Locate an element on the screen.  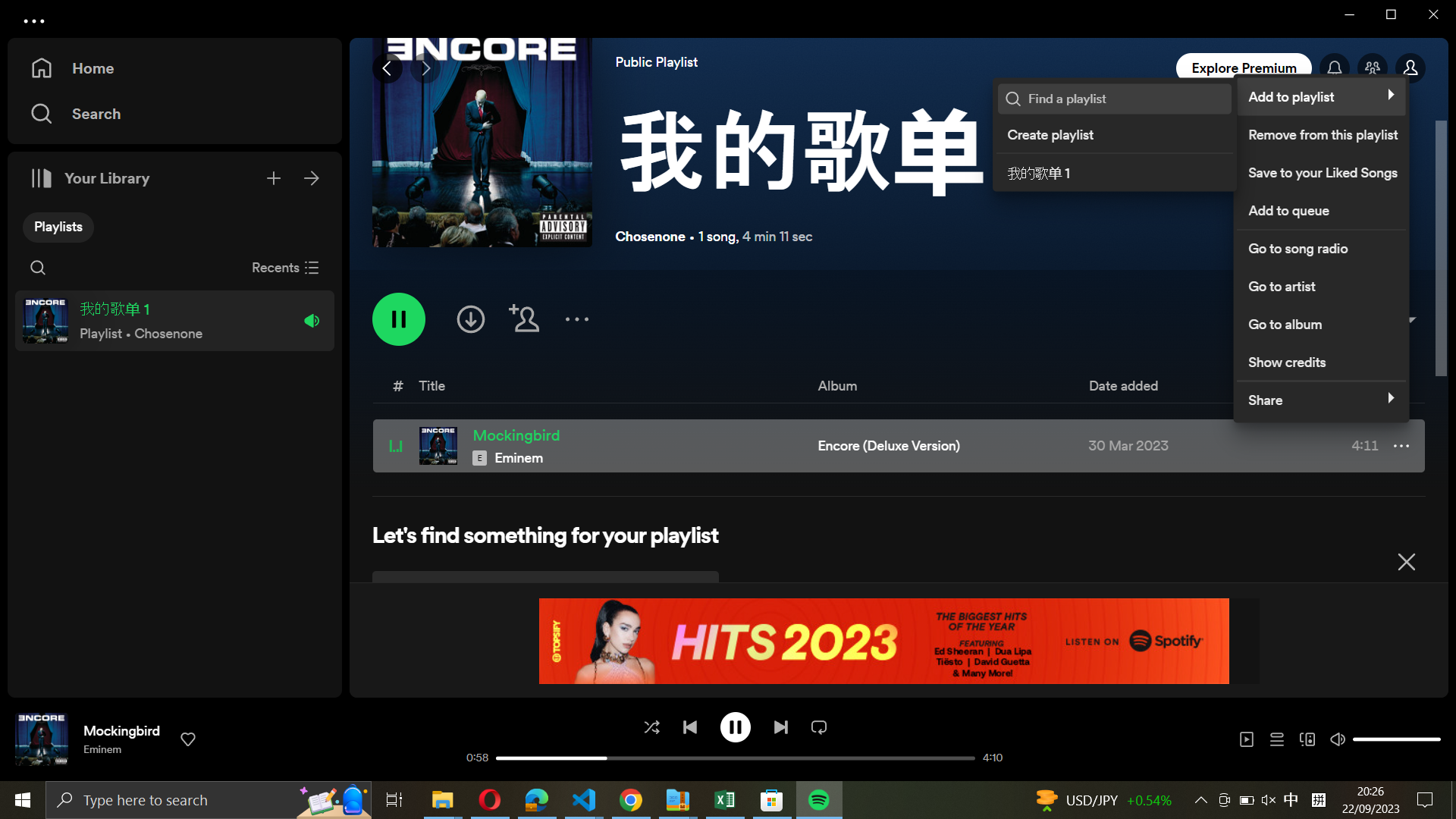
Close the ad is located at coordinates (1405, 559).